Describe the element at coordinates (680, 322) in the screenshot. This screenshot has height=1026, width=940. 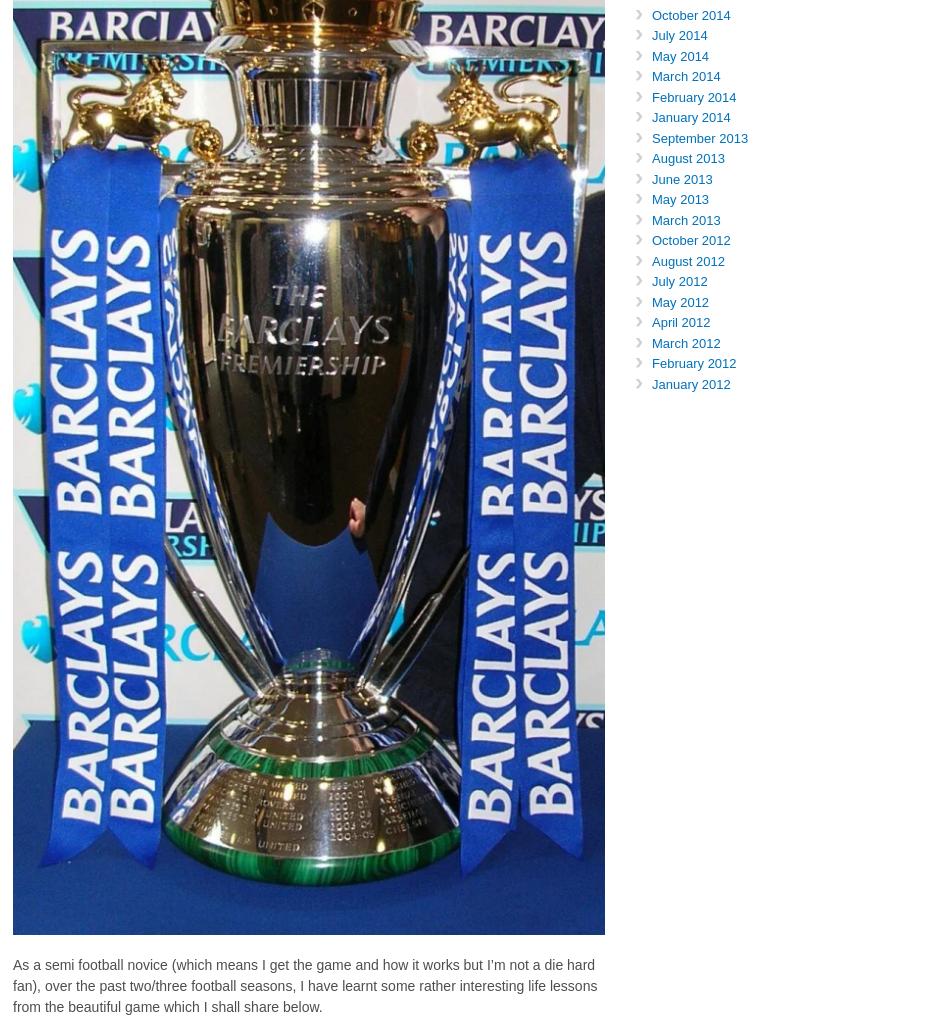
I see `'April 2012'` at that location.